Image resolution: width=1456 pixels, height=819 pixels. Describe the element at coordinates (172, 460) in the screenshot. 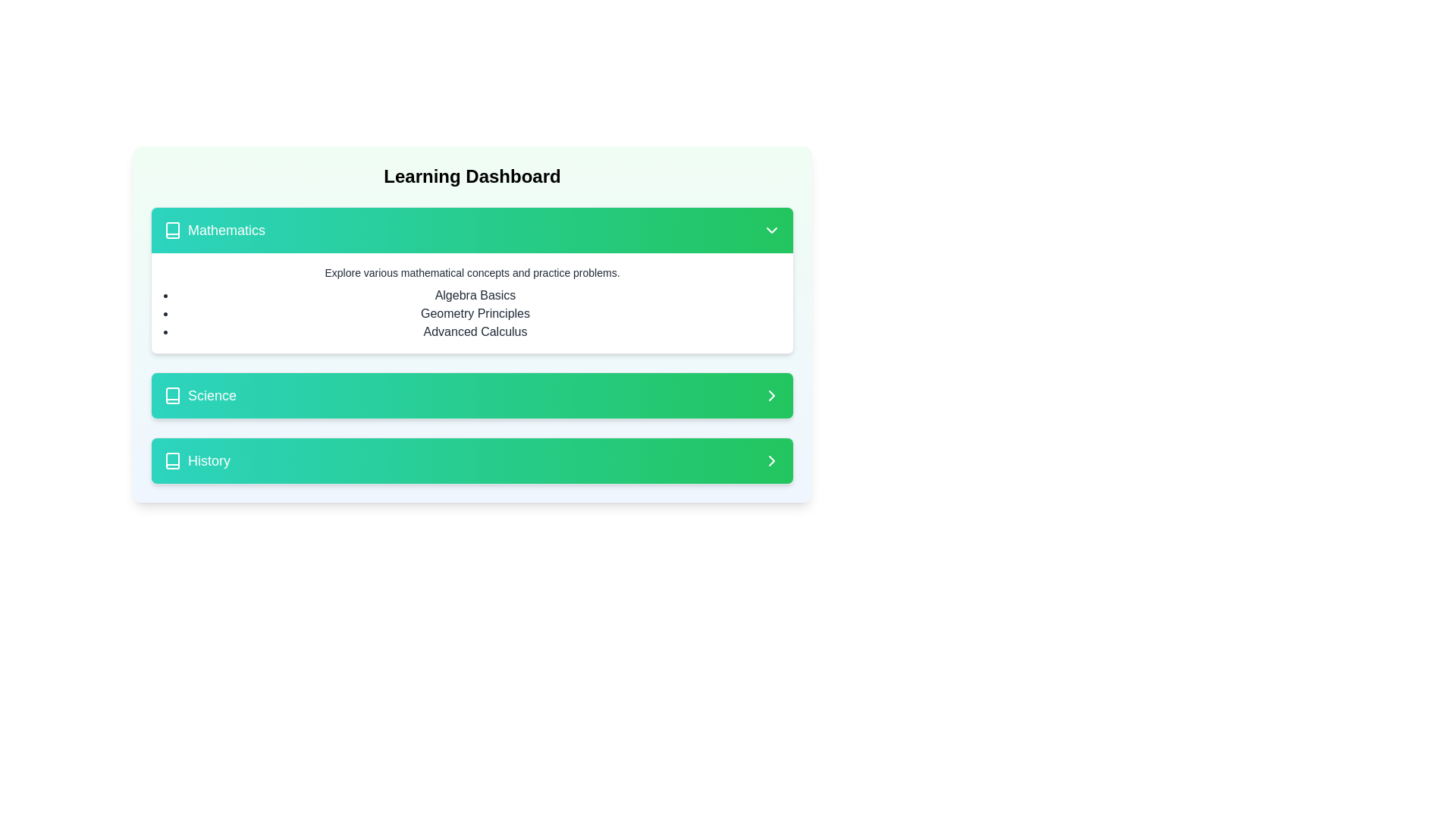

I see `the 'History' icon located on the left side of the 'History' button, which is the third button in a vertical list of three buttons: 'Mathematics', 'Science', and 'History'` at that location.